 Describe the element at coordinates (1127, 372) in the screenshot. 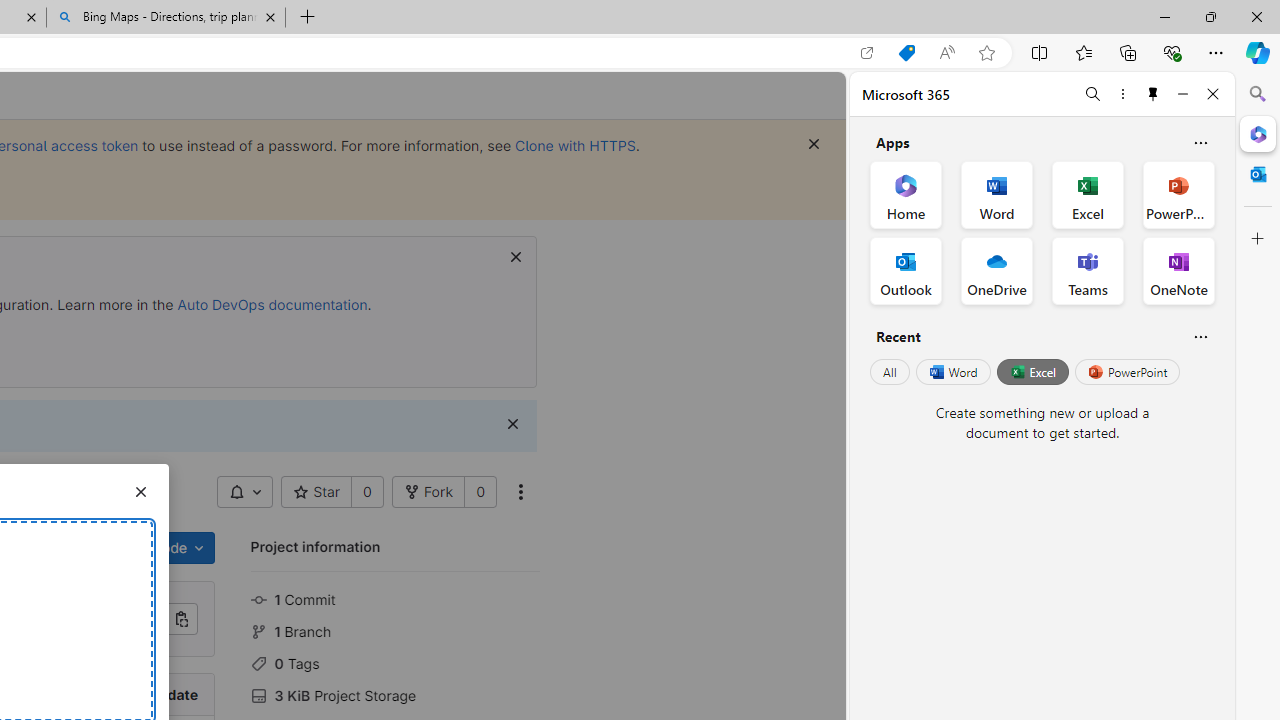

I see `'PowerPoint'` at that location.